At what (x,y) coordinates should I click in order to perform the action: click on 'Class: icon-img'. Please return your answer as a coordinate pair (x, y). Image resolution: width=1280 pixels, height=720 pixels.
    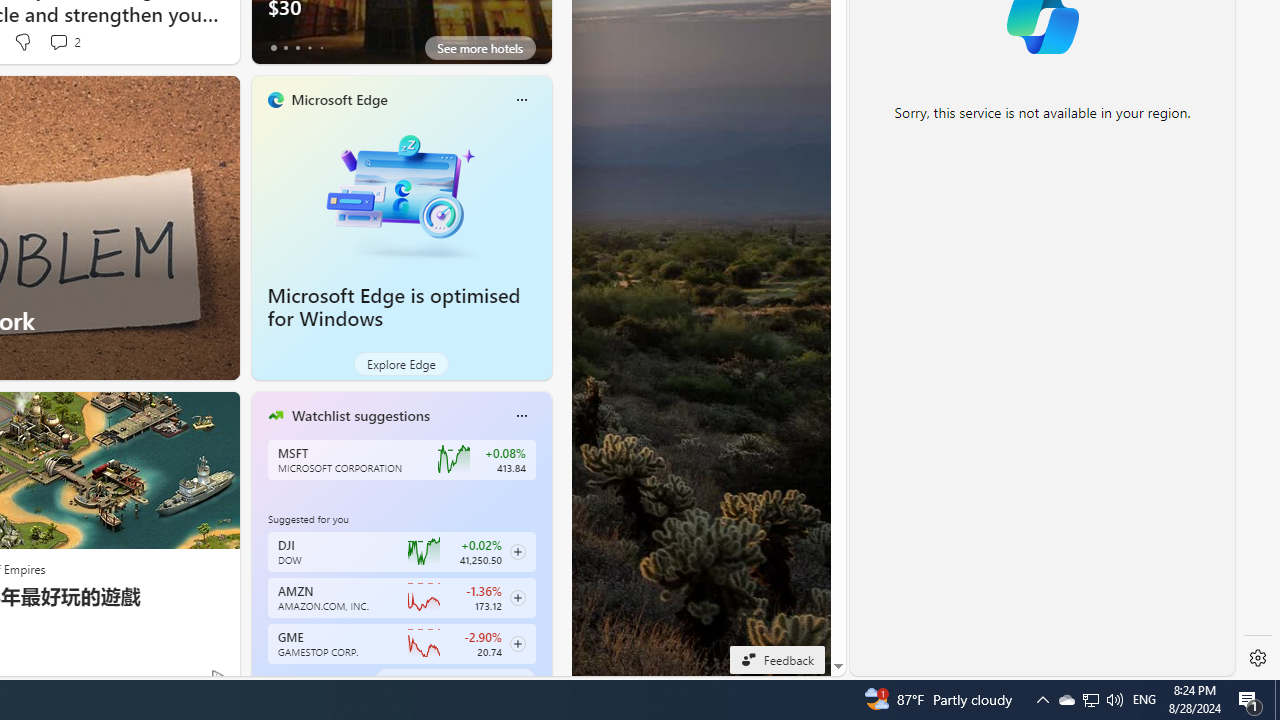
    Looking at the image, I should click on (521, 415).